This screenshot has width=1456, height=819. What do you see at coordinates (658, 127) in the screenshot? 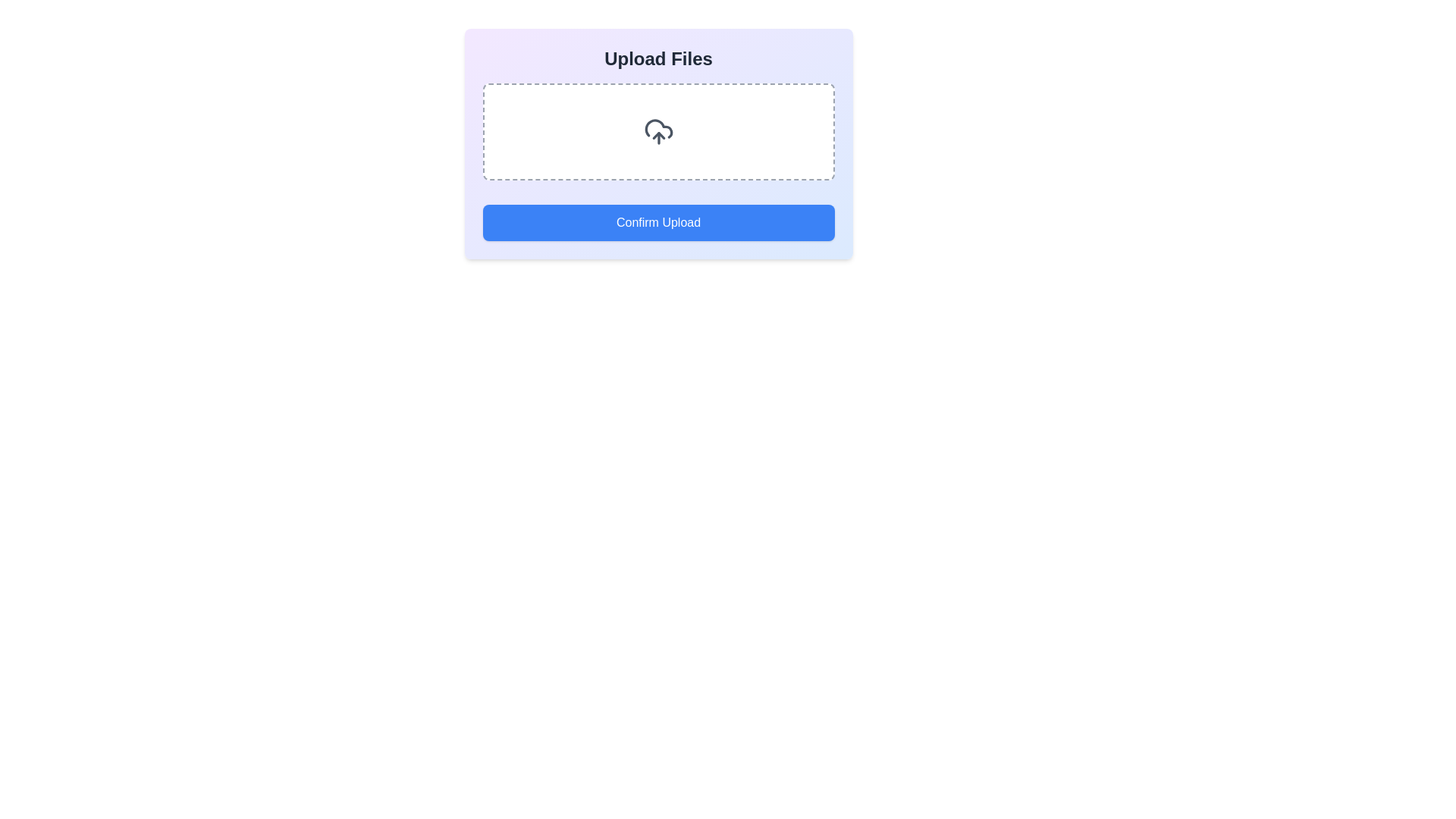
I see `the decorative vector graphic element that represents a cloud in the cloud upload icon, positioned centrally beneath the top arc of the cloud-shaped outline` at bounding box center [658, 127].